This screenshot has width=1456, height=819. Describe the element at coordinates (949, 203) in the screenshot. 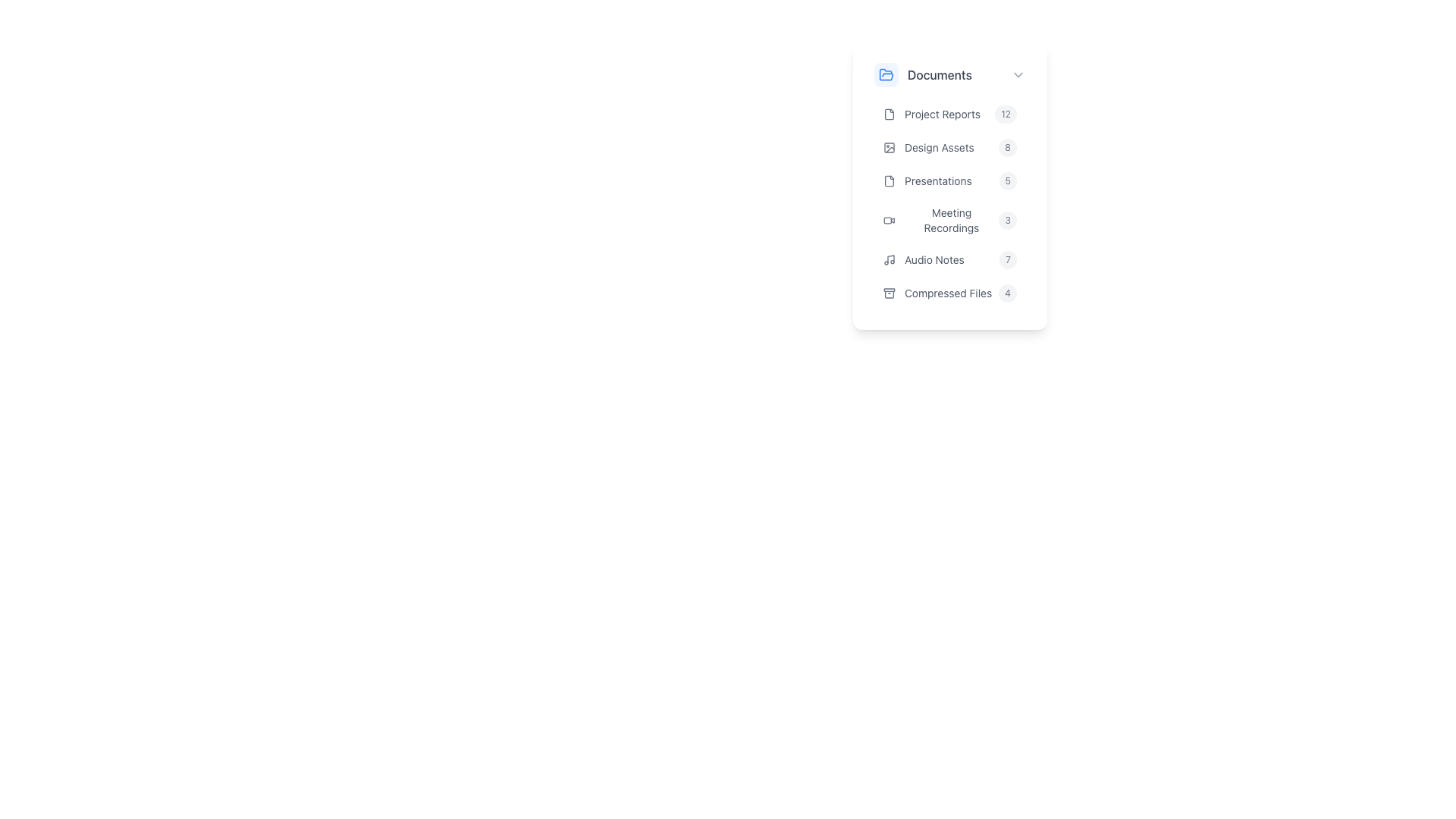

I see `on the 'Meeting Recordings 3' list item in the 'Documents' menu` at that location.